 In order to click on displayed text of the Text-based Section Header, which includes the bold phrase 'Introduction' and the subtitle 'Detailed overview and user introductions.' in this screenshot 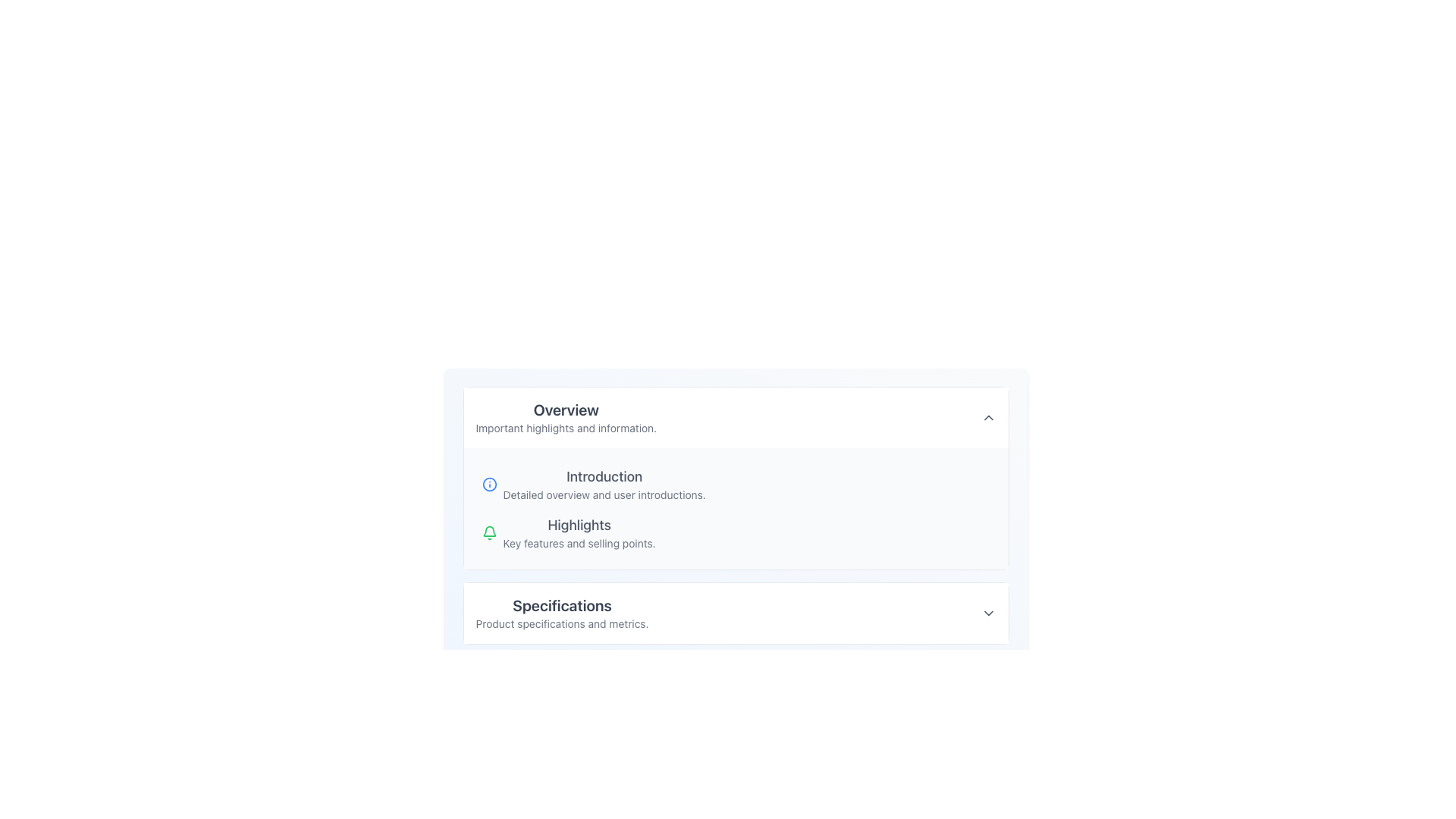, I will do `click(604, 485)`.